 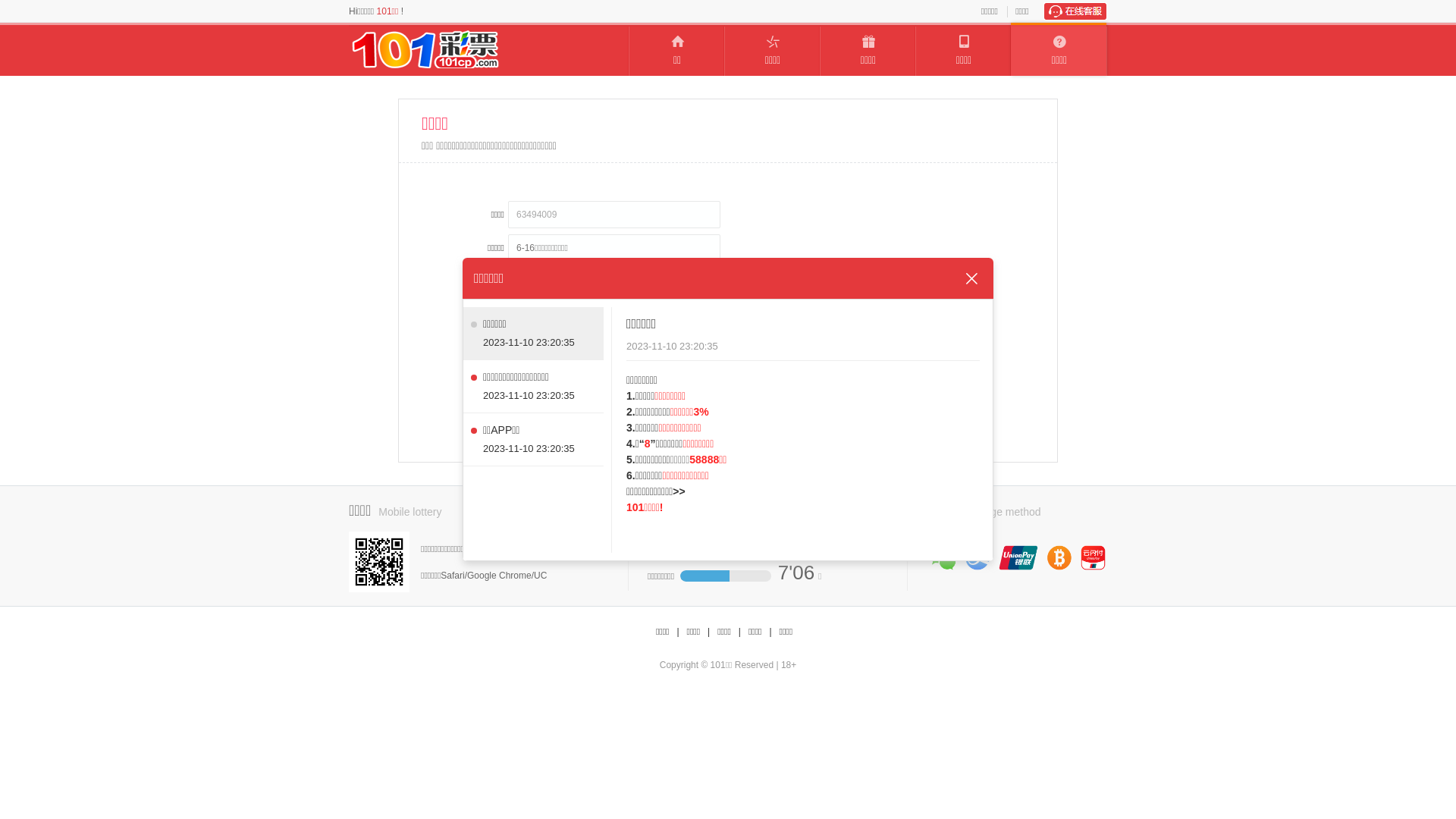 I want to click on '|', so click(x=676, y=632).